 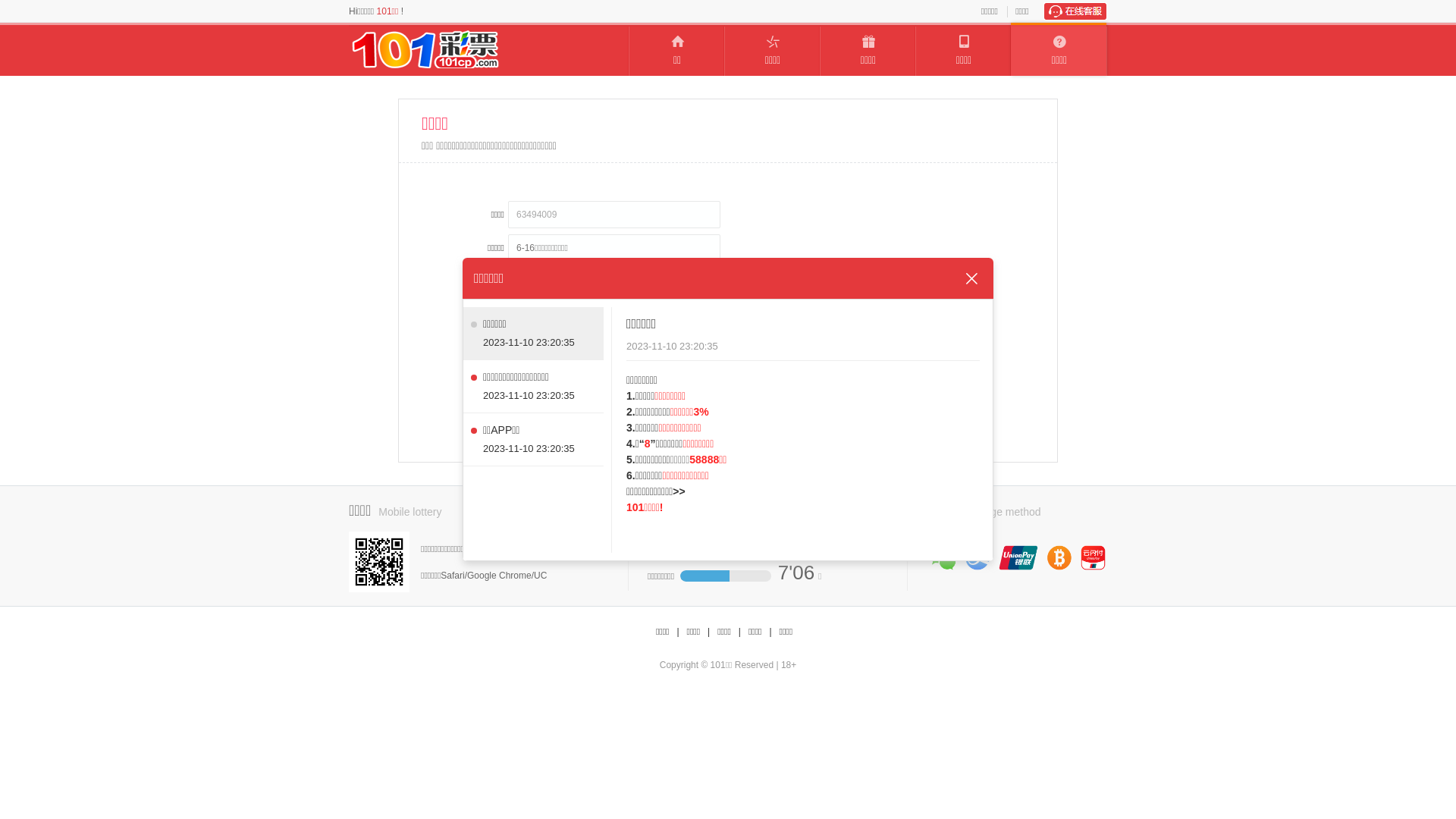 I want to click on '|', so click(x=676, y=632).